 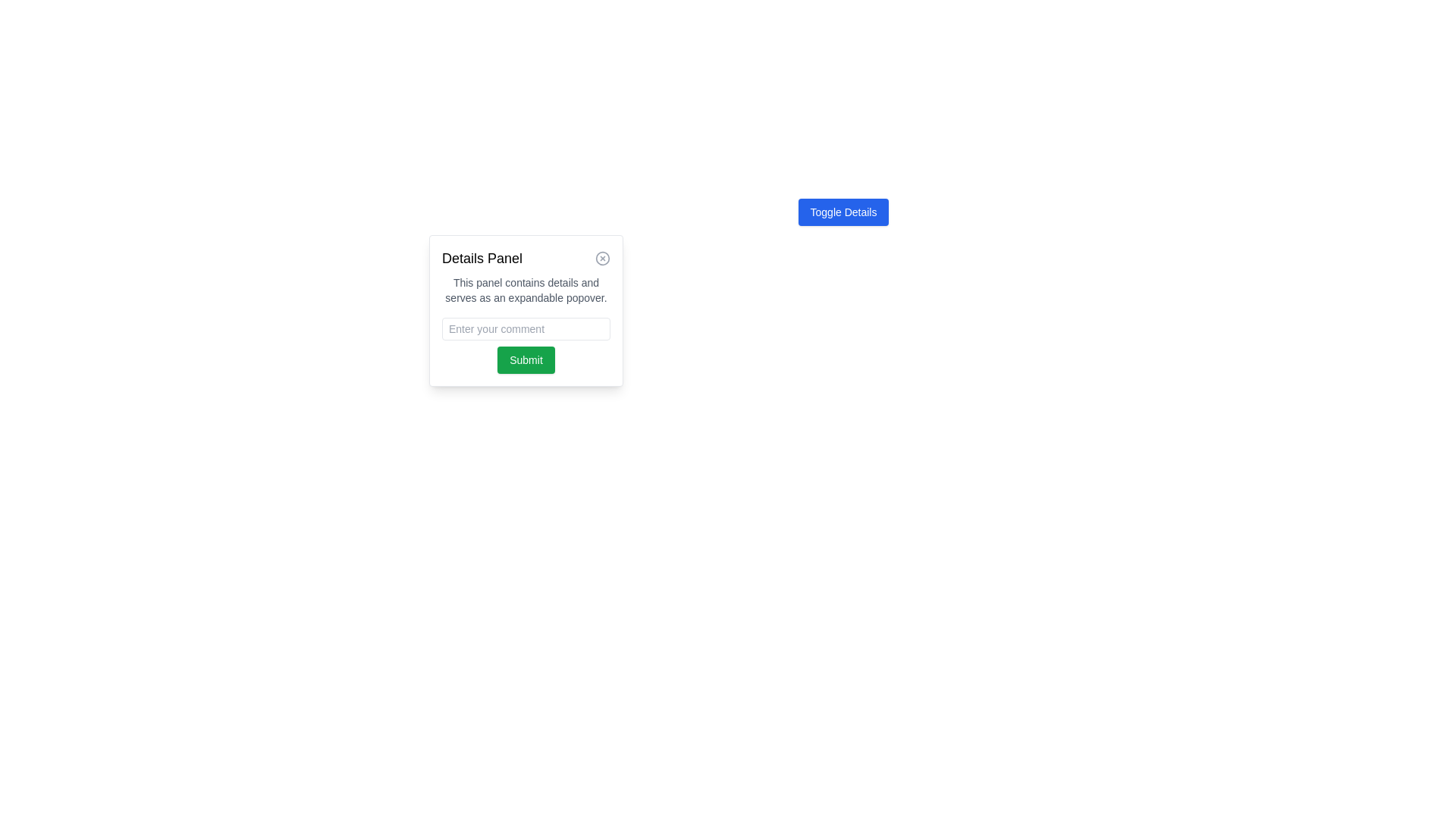 What do you see at coordinates (843, 212) in the screenshot?
I see `the 'Toggle Details' button, which has a blue background and white text` at bounding box center [843, 212].